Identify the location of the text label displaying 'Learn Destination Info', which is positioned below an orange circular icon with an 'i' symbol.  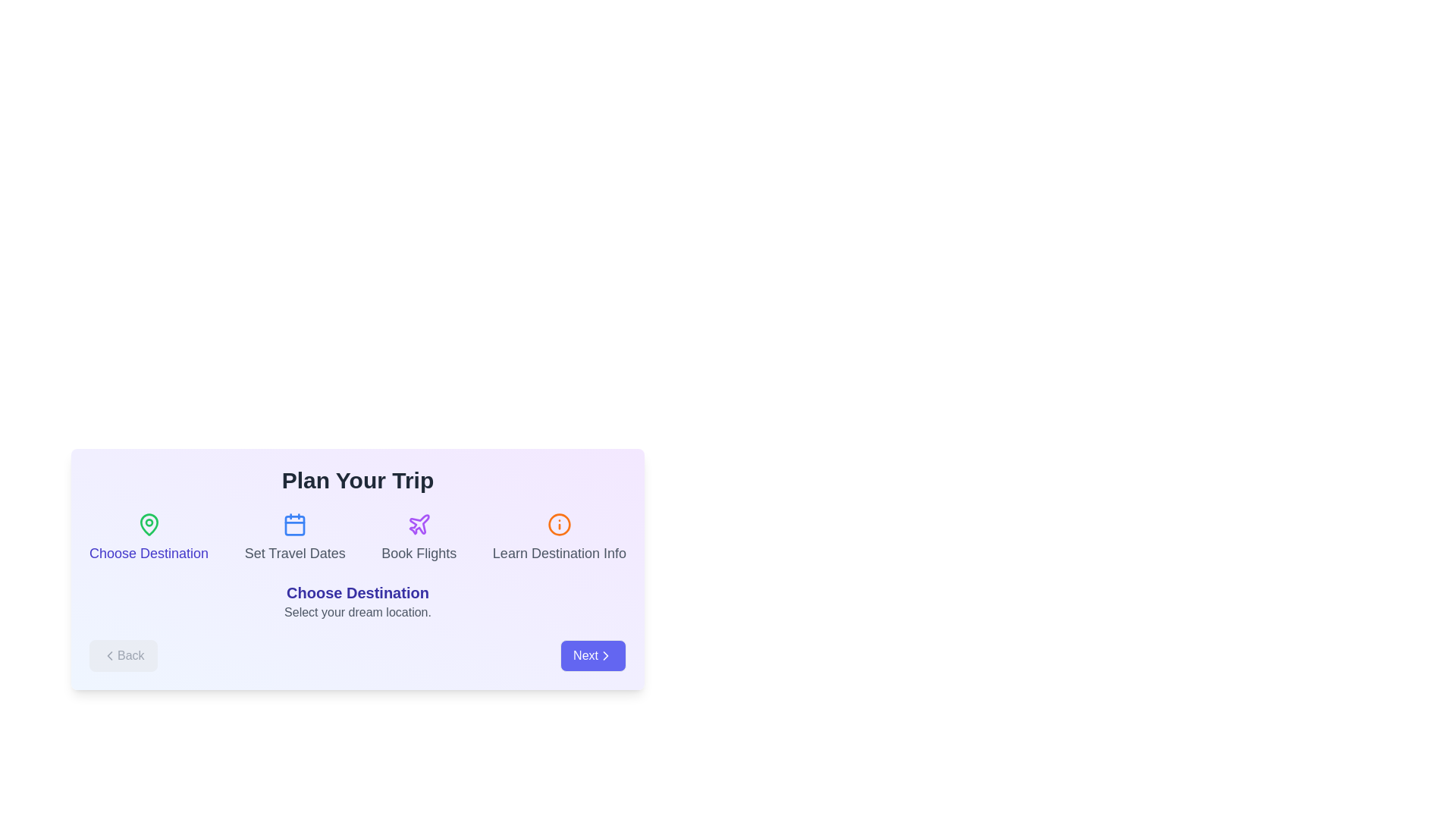
(558, 553).